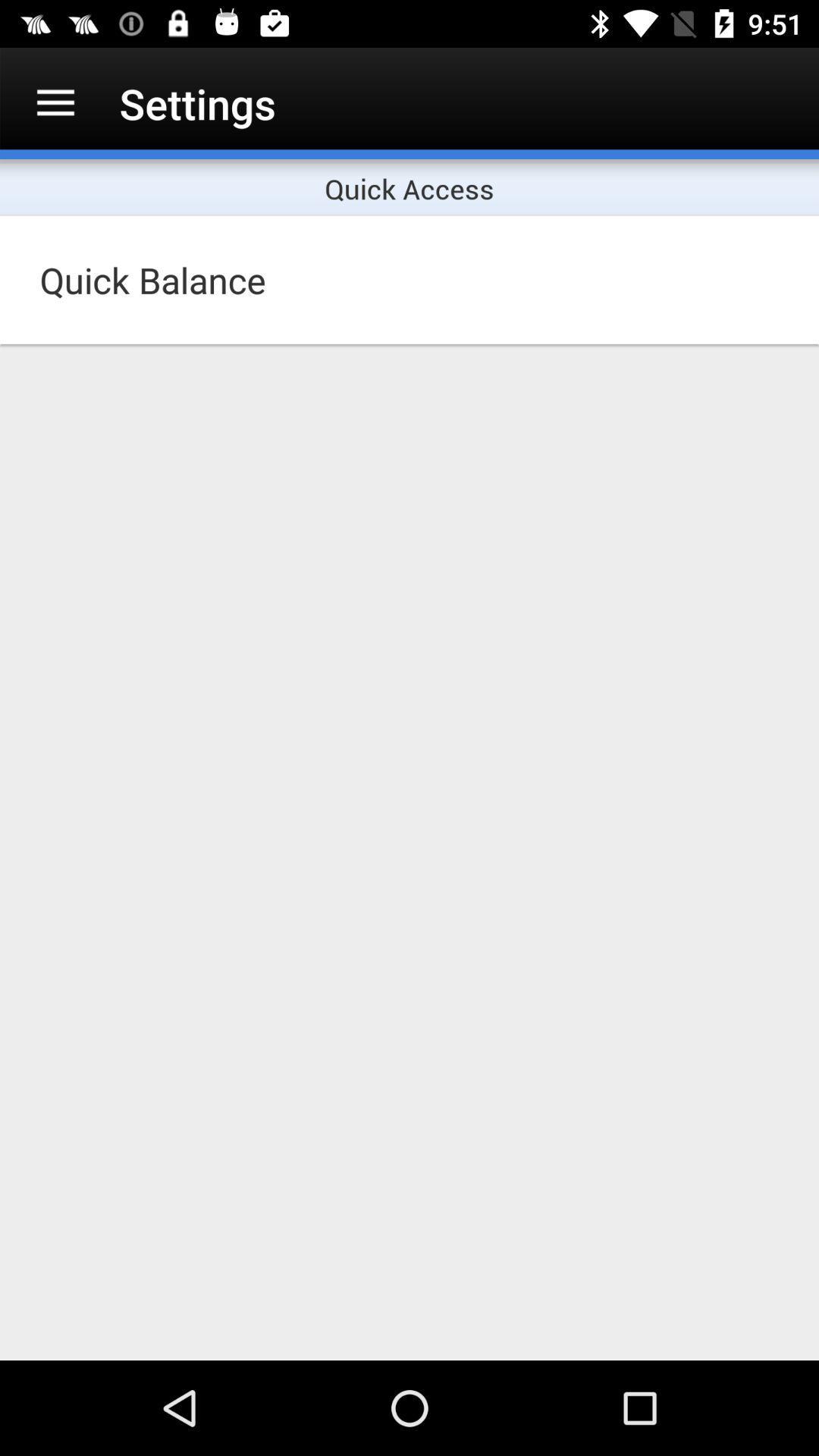 The image size is (819, 1456). What do you see at coordinates (55, 102) in the screenshot?
I see `app next to settings app` at bounding box center [55, 102].